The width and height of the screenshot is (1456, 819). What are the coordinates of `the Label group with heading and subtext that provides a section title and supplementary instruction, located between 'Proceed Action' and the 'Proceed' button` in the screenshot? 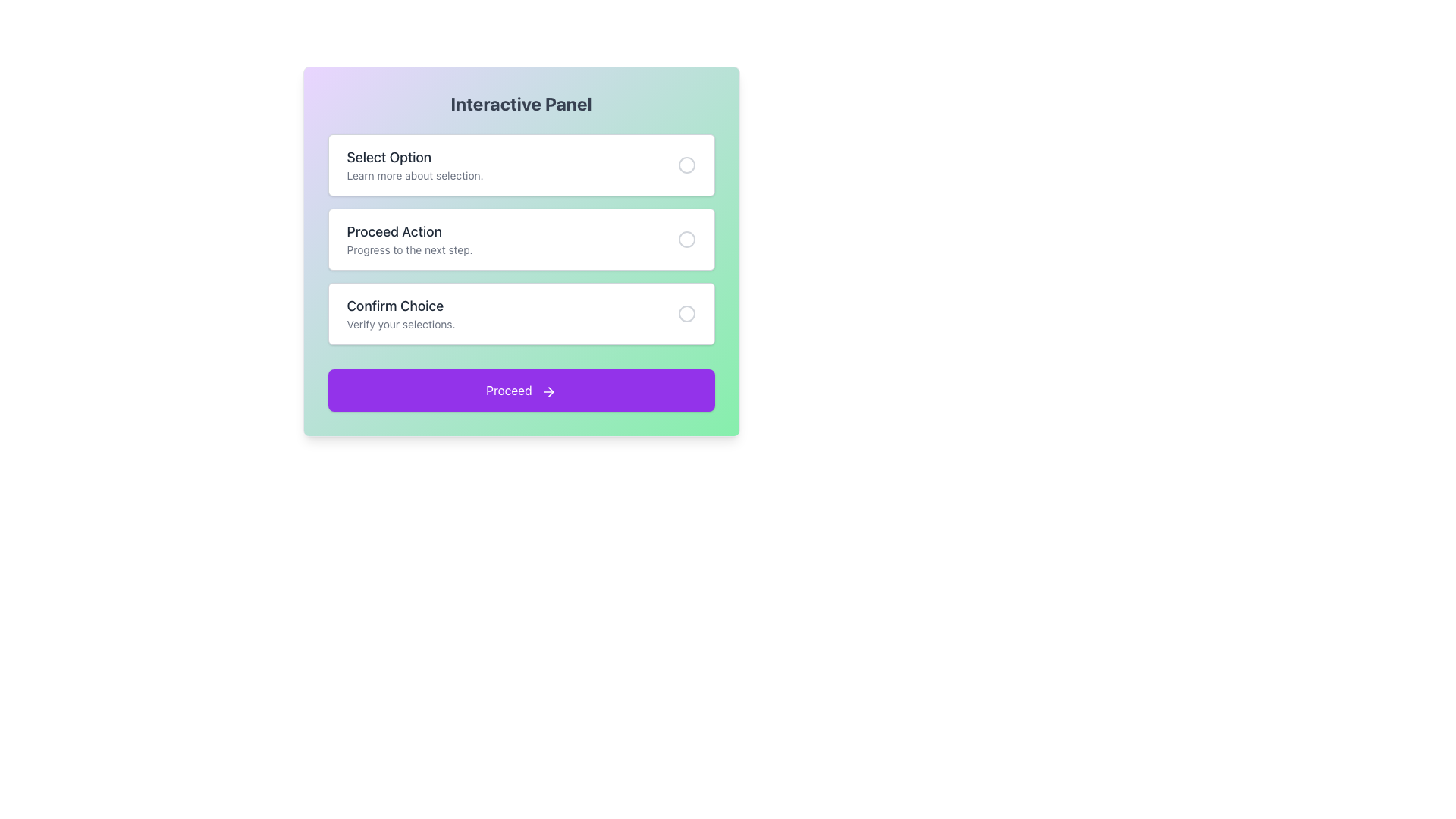 It's located at (400, 312).